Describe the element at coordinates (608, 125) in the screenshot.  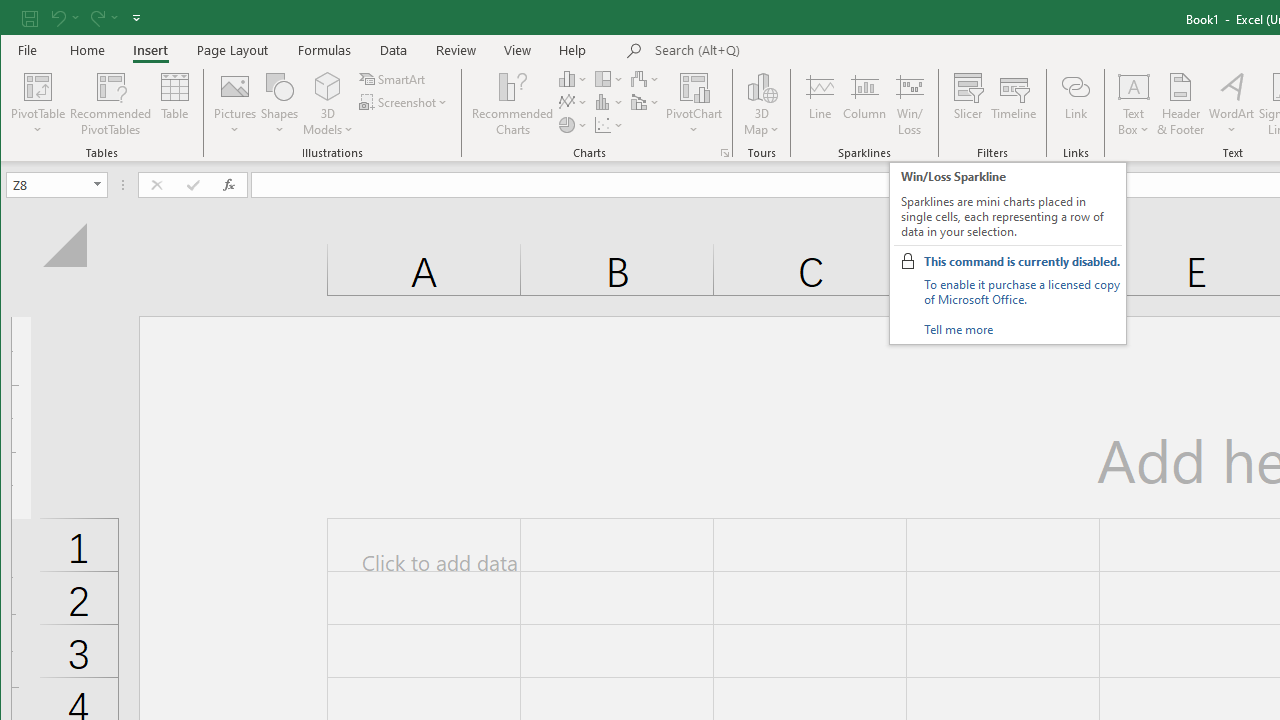
I see `'Insert Scatter (X, Y) or Bubble Chart'` at that location.